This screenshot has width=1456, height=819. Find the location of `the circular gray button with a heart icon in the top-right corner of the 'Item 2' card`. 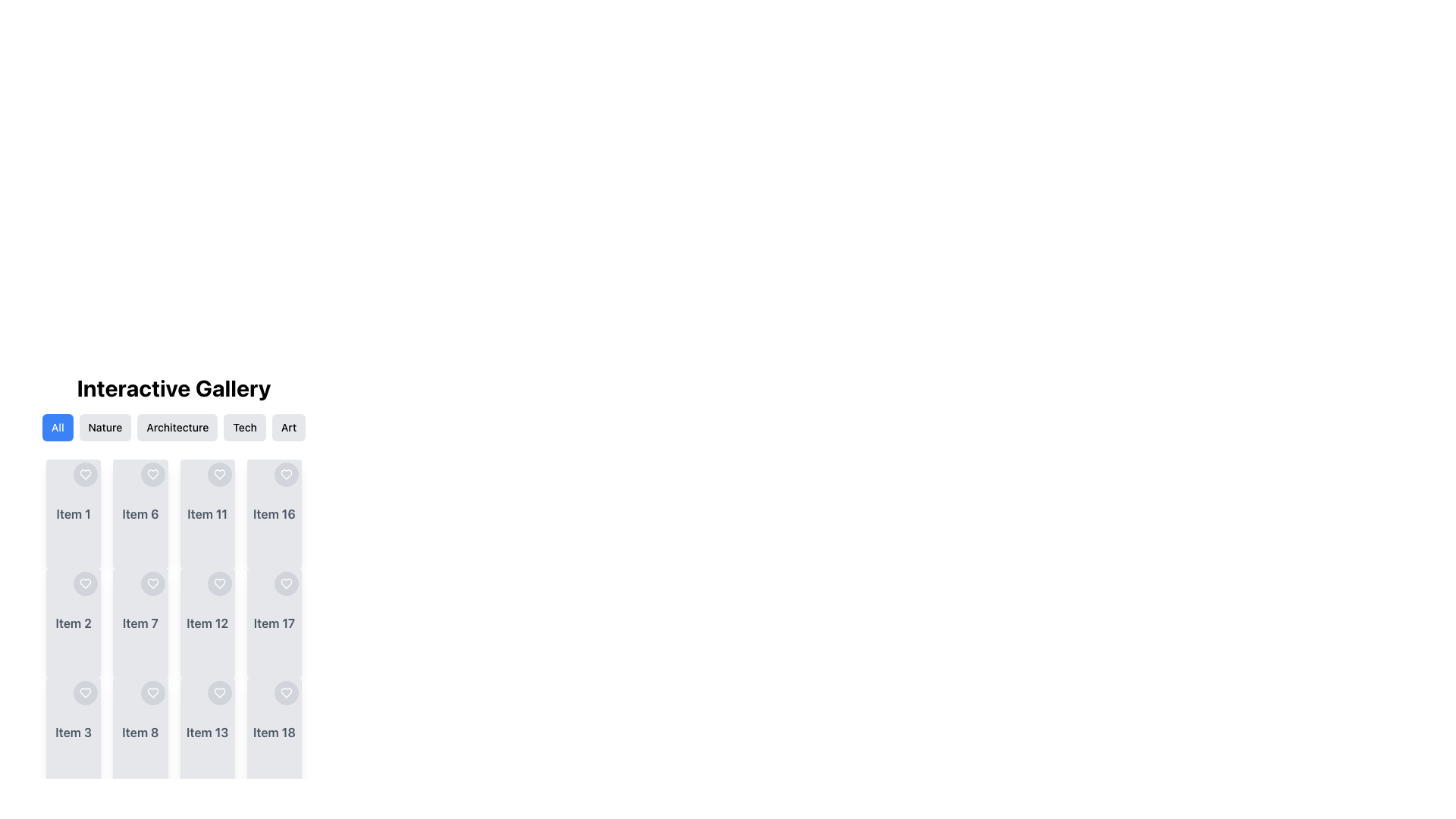

the circular gray button with a heart icon in the top-right corner of the 'Item 2' card is located at coordinates (85, 583).